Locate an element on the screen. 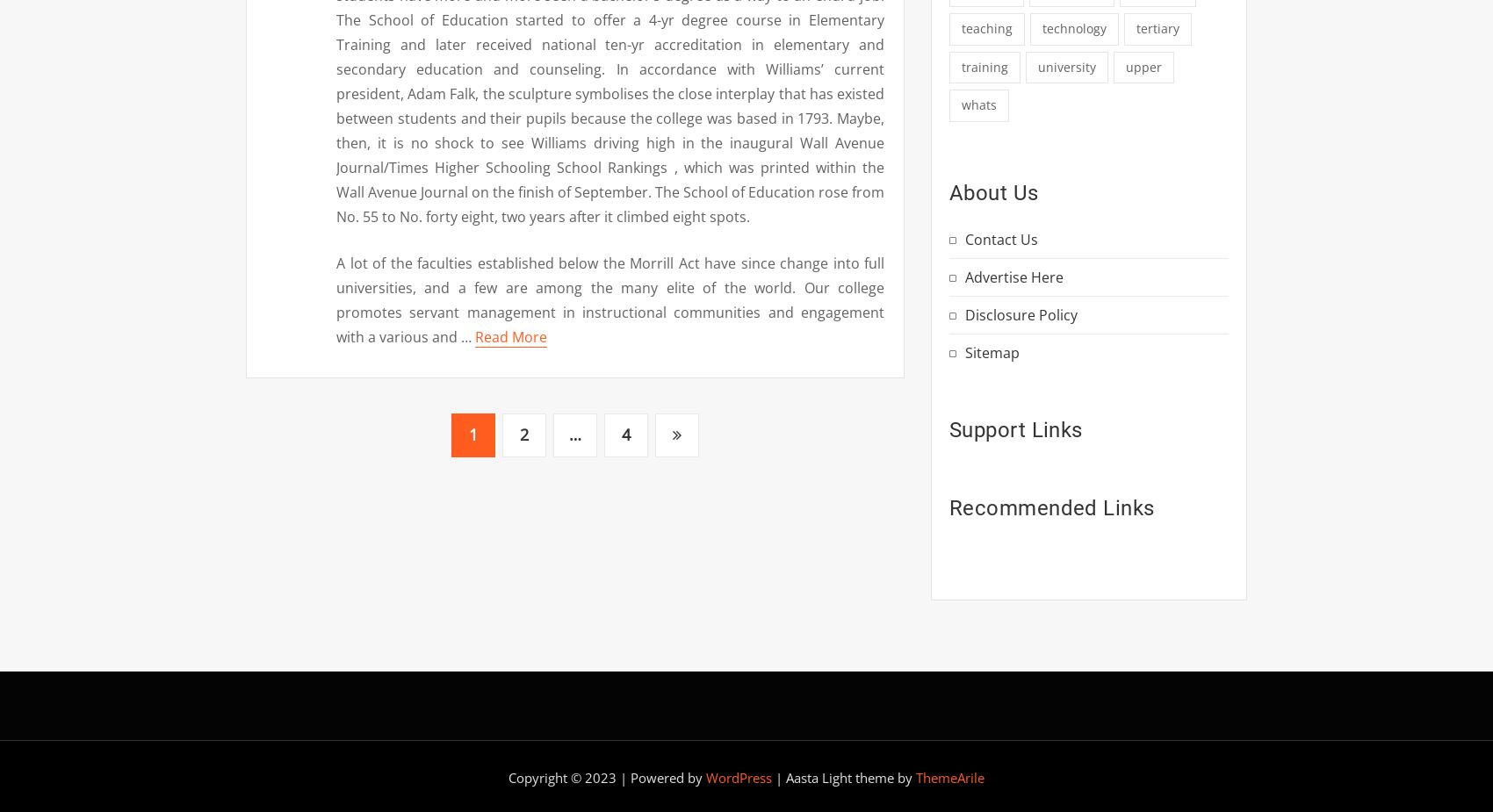 This screenshot has height=812, width=1493. '1' is located at coordinates (467, 434).